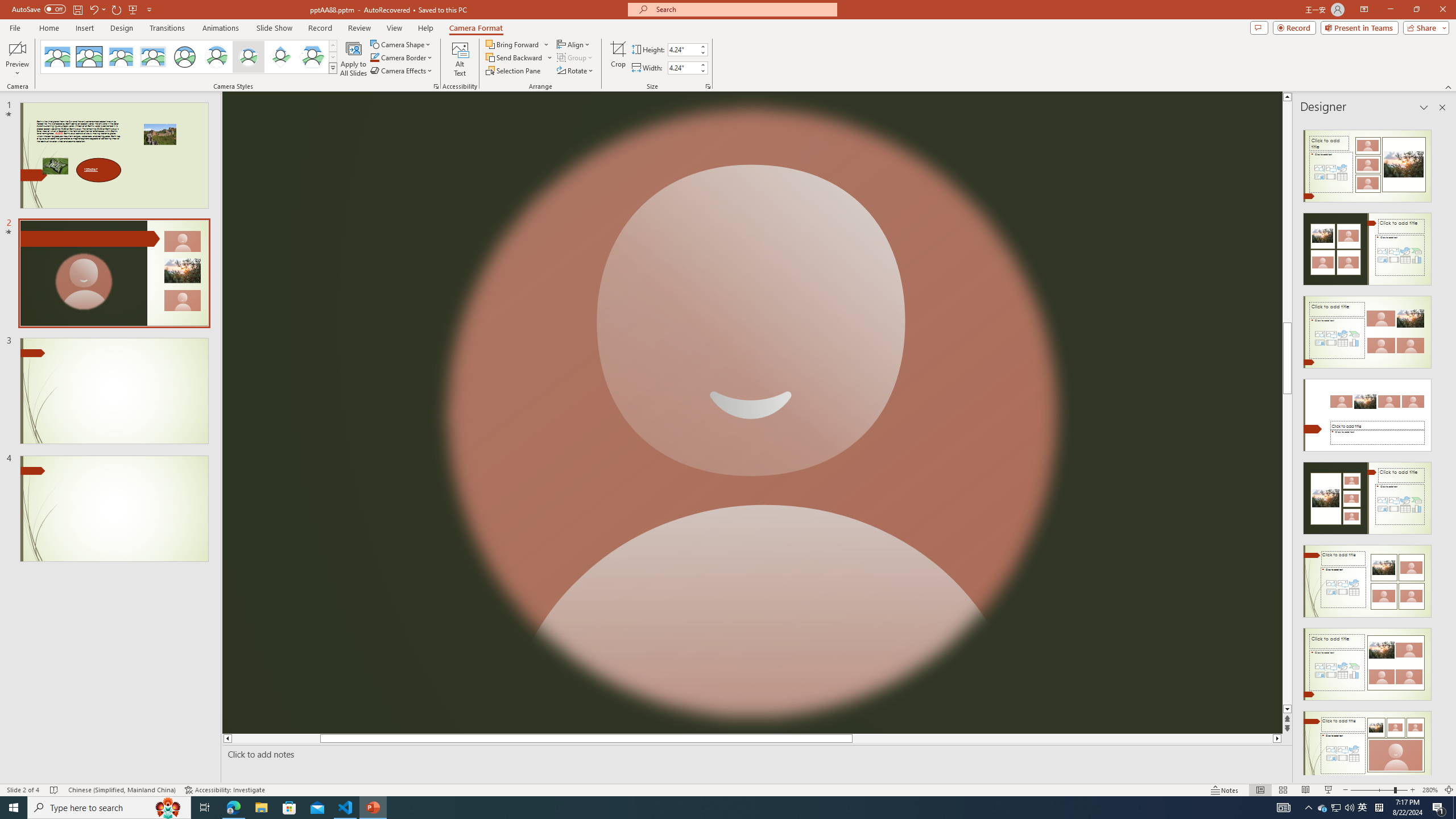 The image size is (1456, 819). I want to click on 'Comments', so click(1259, 27).